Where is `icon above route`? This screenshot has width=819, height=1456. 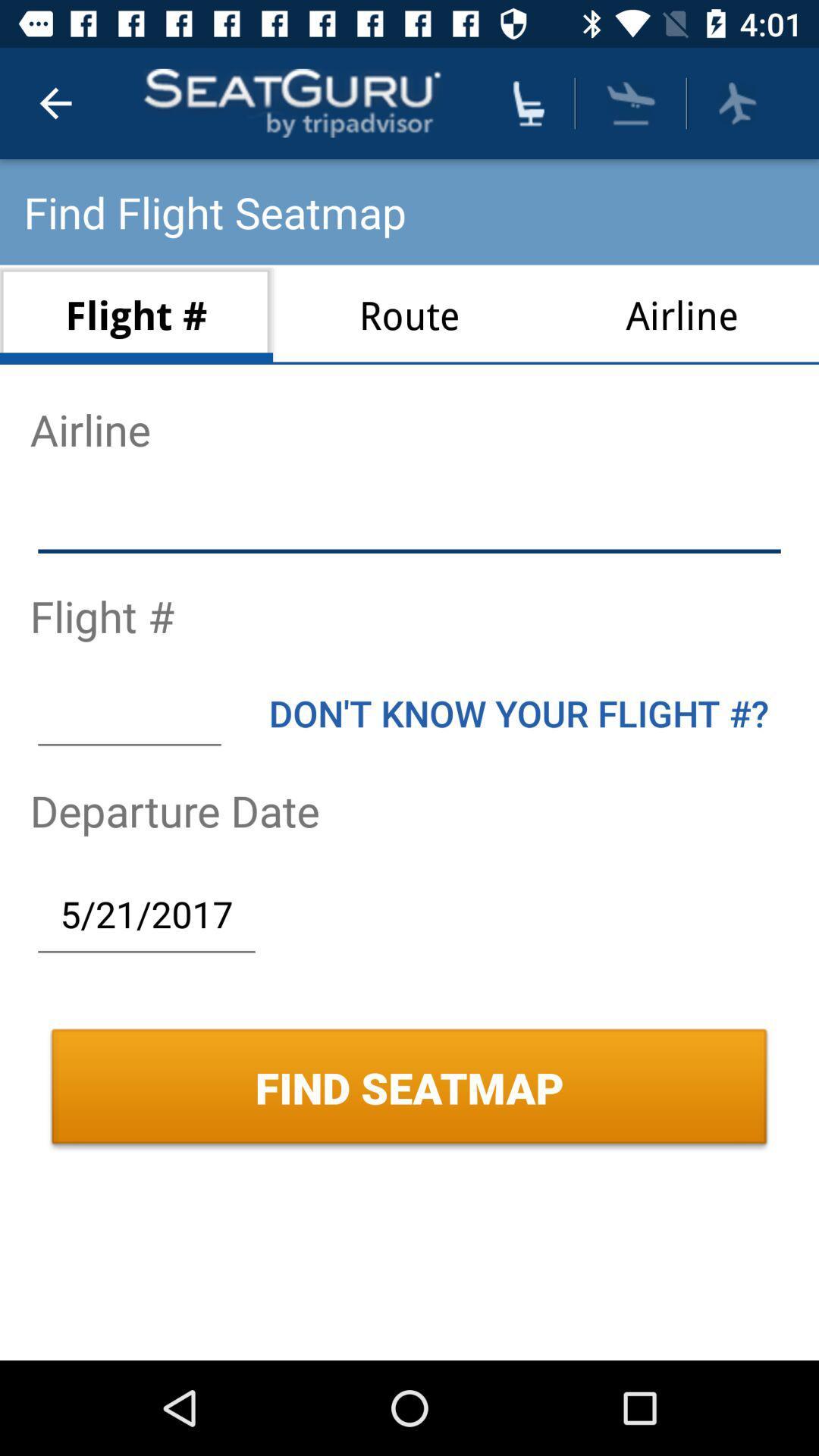
icon above route is located at coordinates (528, 102).